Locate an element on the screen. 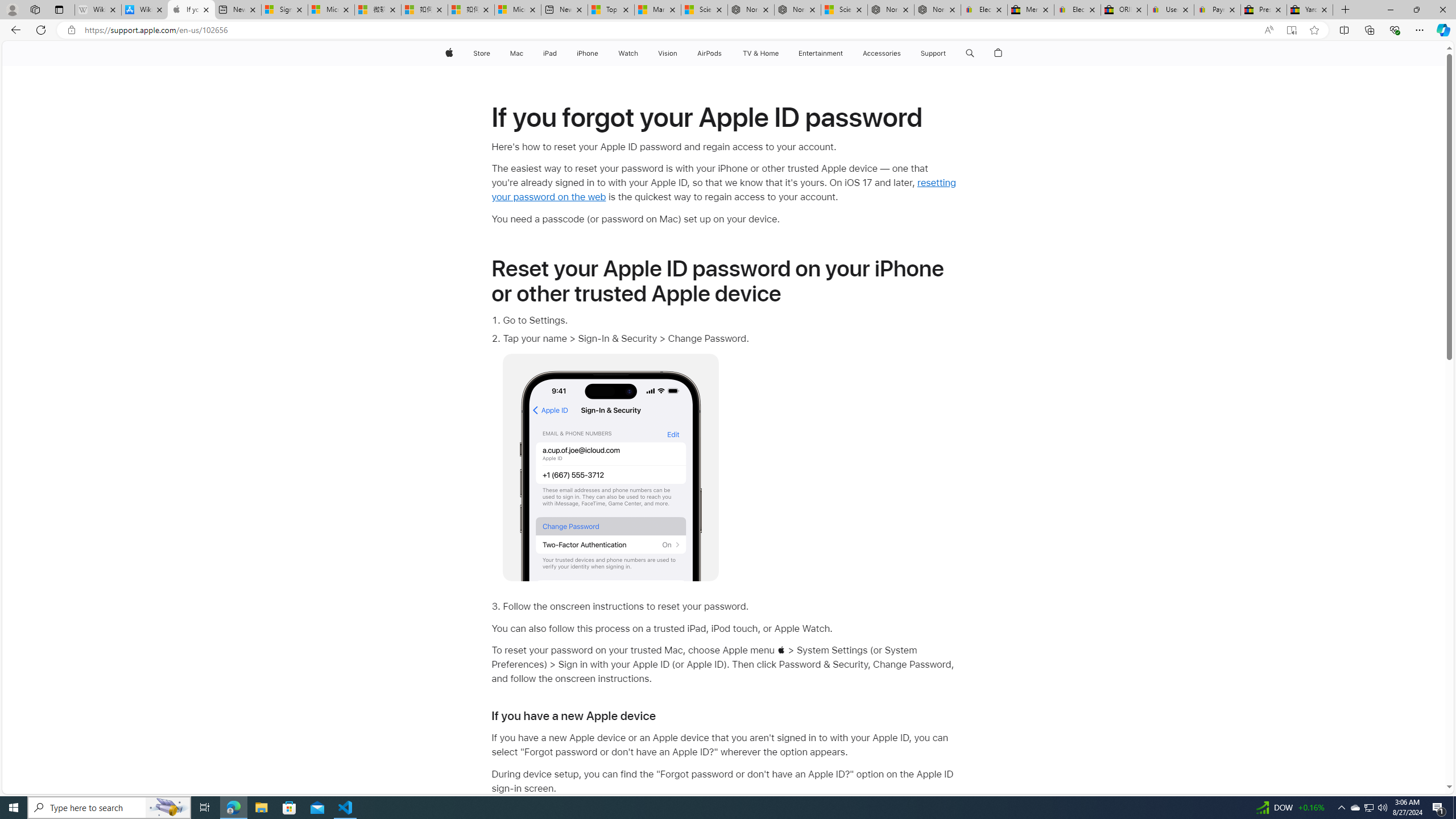 The height and width of the screenshot is (819, 1456). 'Store menu' is located at coordinates (492, 53).